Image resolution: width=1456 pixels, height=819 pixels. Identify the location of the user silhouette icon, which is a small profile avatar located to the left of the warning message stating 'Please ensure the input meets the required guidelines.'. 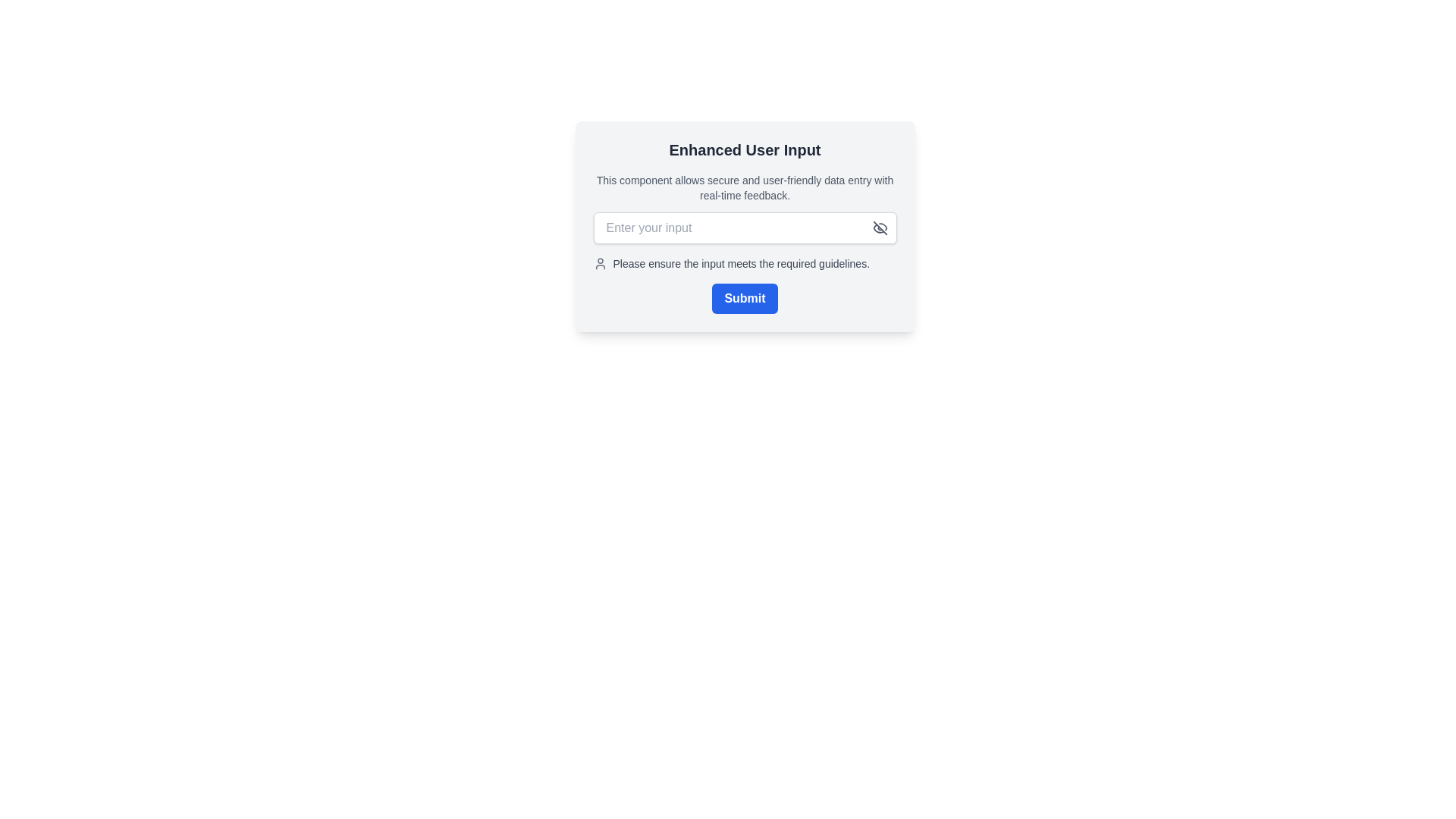
(599, 262).